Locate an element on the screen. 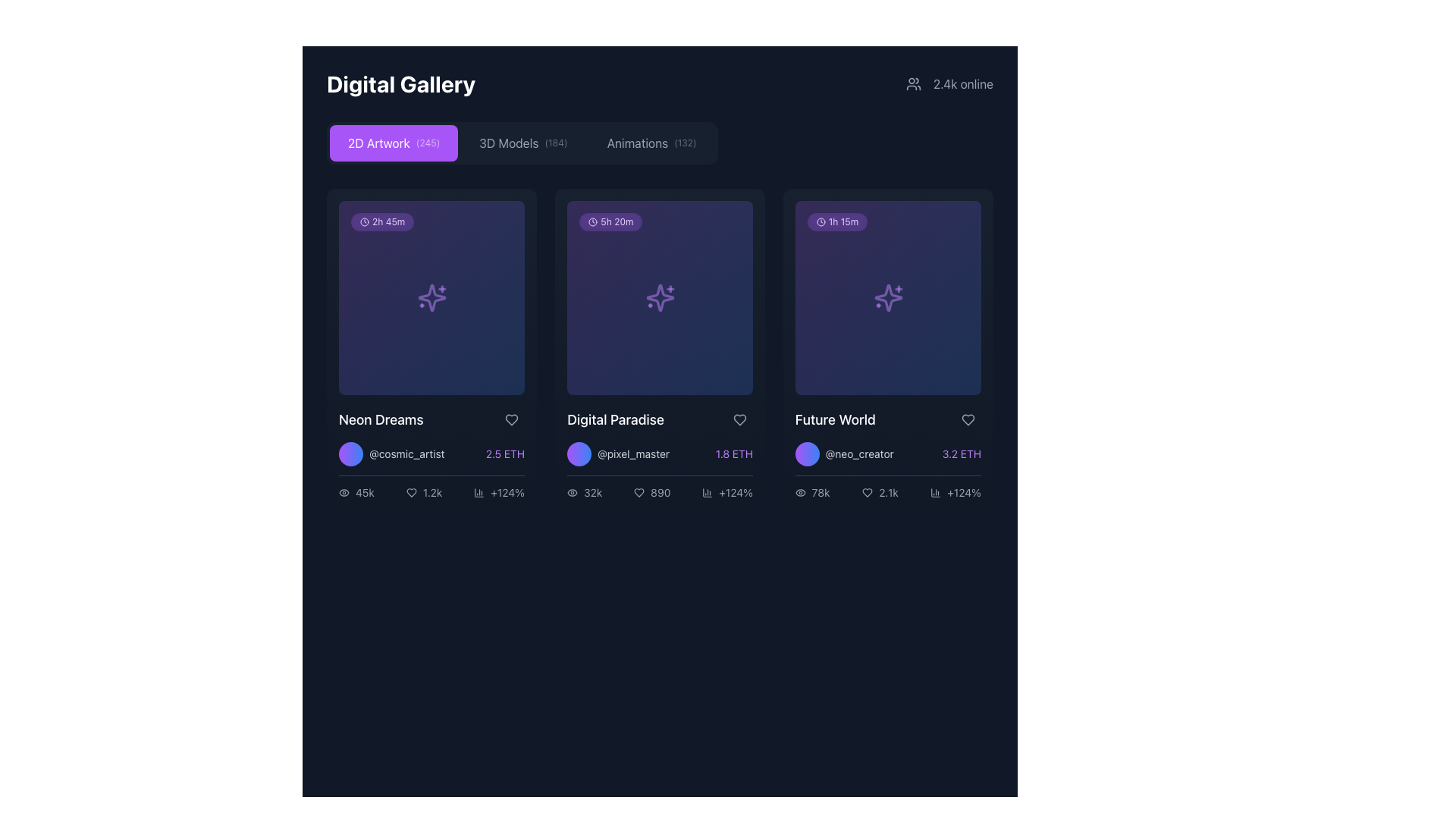 This screenshot has height=819, width=1456. like count displayed next to the heart icon in the 'Digital Paradise' card, which shows the number '890' is located at coordinates (652, 493).